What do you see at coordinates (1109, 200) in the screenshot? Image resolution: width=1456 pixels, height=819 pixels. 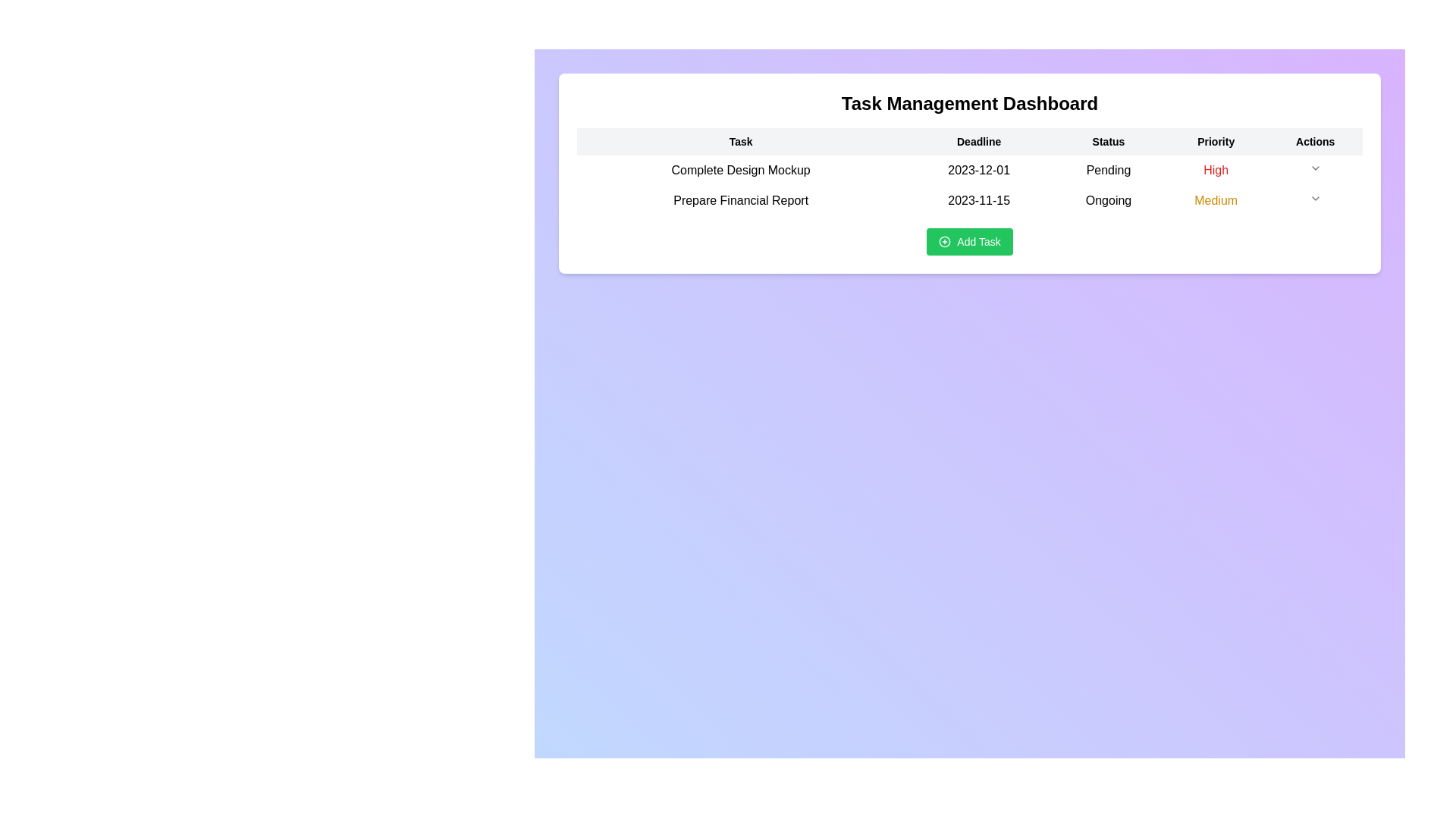 I see `the 'Ongoing' status text label located in the 'Status' column of the second row of the task list table, aligned with the 'Prepare Financial Report' task` at bounding box center [1109, 200].